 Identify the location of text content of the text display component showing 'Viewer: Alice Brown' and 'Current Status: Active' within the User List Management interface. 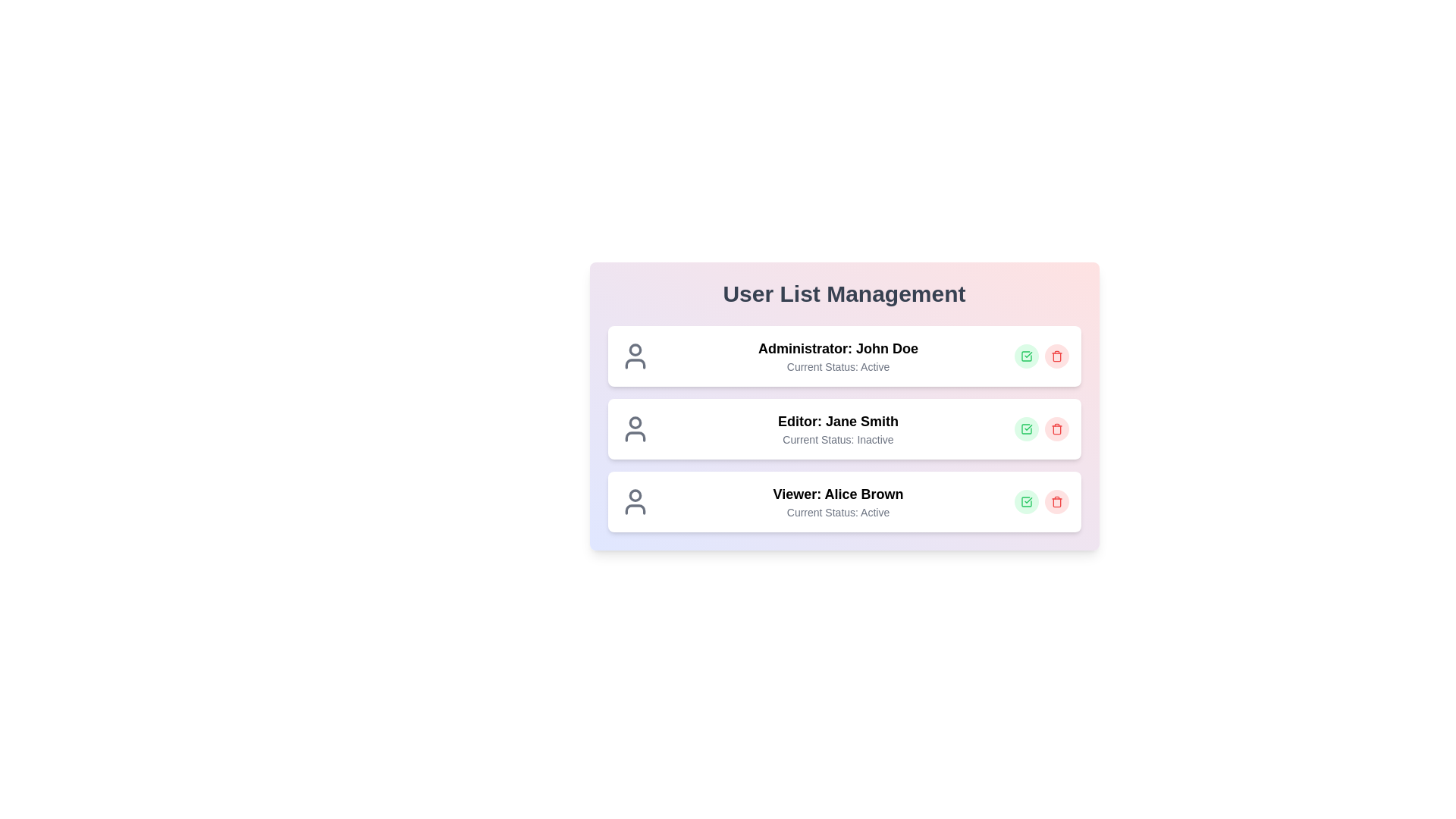
(837, 502).